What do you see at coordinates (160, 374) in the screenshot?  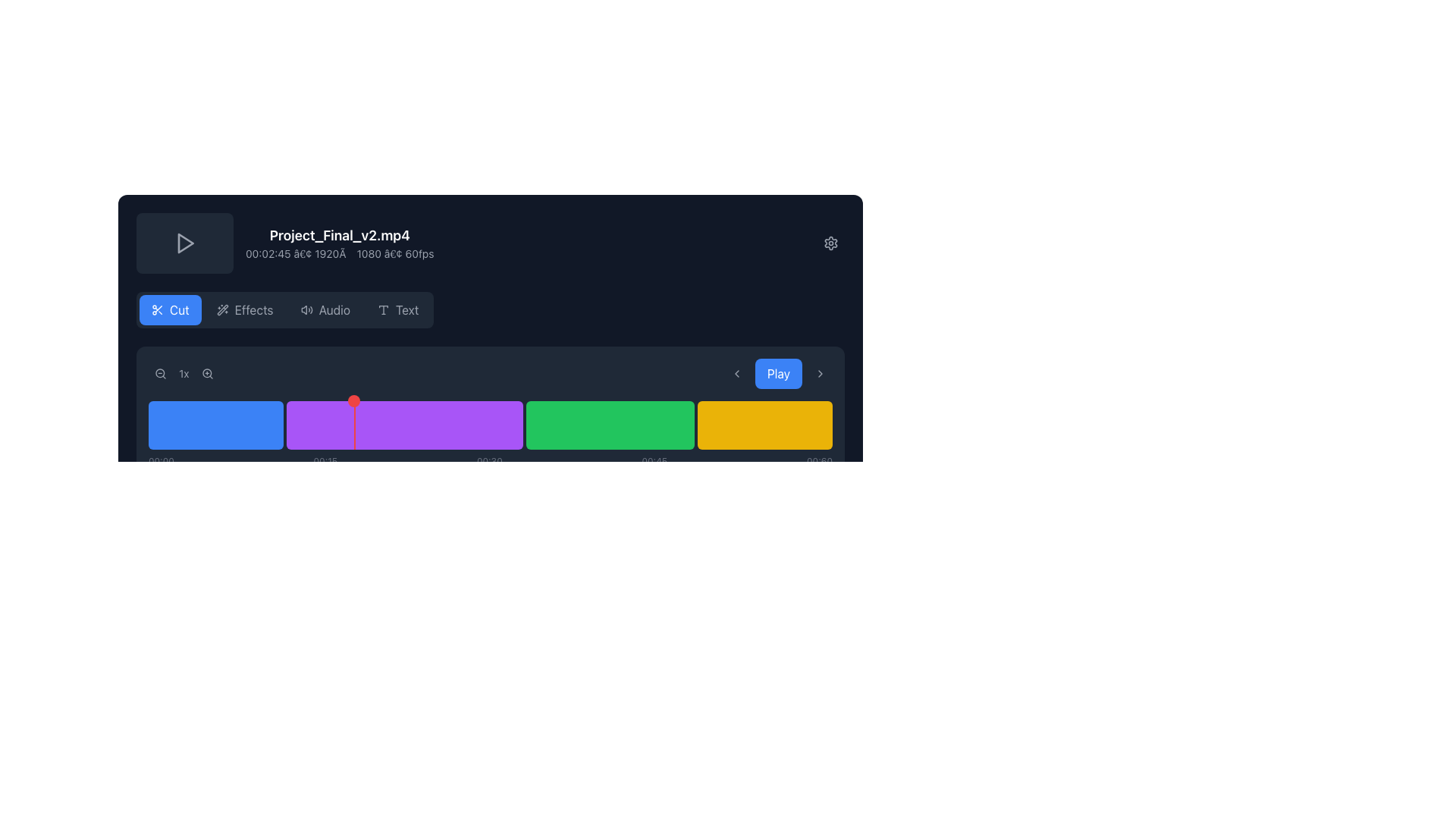 I see `the gray magnifying glass icon with a minus sign located in the toolbar above the timeline` at bounding box center [160, 374].